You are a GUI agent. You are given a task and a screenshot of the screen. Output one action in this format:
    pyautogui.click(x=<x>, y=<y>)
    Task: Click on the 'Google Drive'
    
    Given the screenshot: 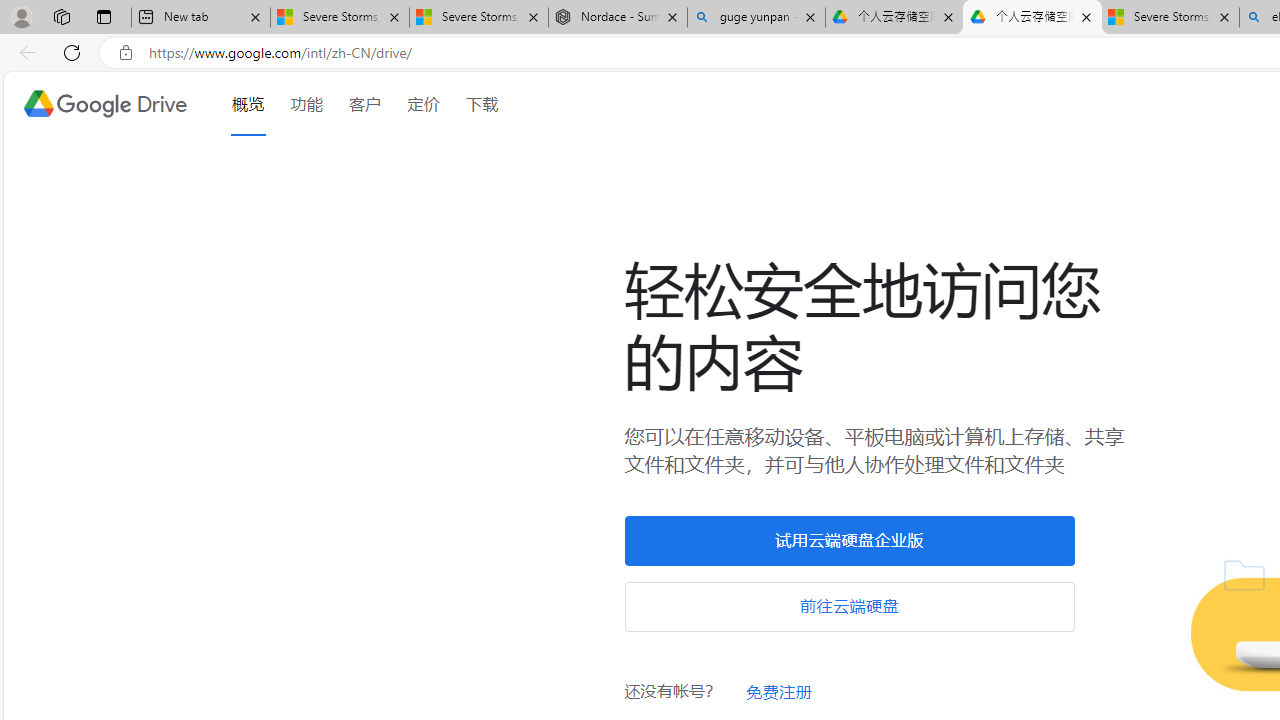 What is the action you would take?
    pyautogui.click(x=103, y=104)
    